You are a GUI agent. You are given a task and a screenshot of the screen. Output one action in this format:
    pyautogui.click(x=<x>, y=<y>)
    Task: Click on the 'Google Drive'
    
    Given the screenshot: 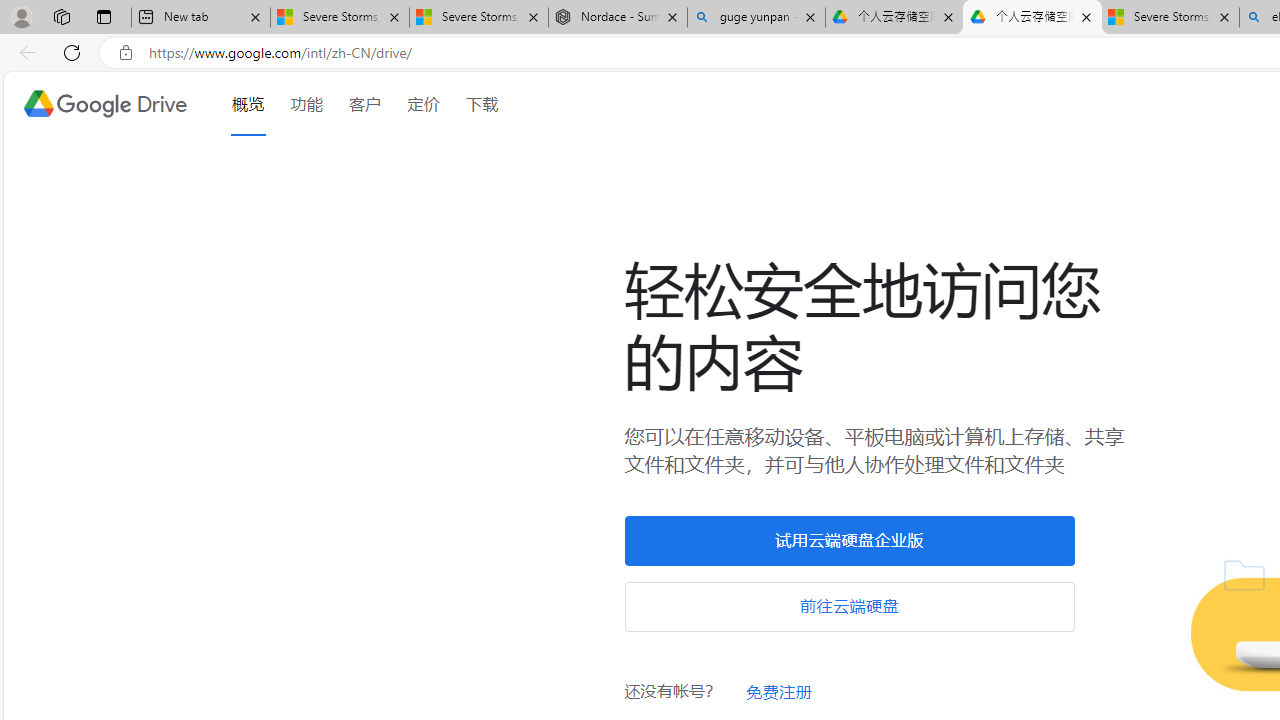 What is the action you would take?
    pyautogui.click(x=103, y=104)
    